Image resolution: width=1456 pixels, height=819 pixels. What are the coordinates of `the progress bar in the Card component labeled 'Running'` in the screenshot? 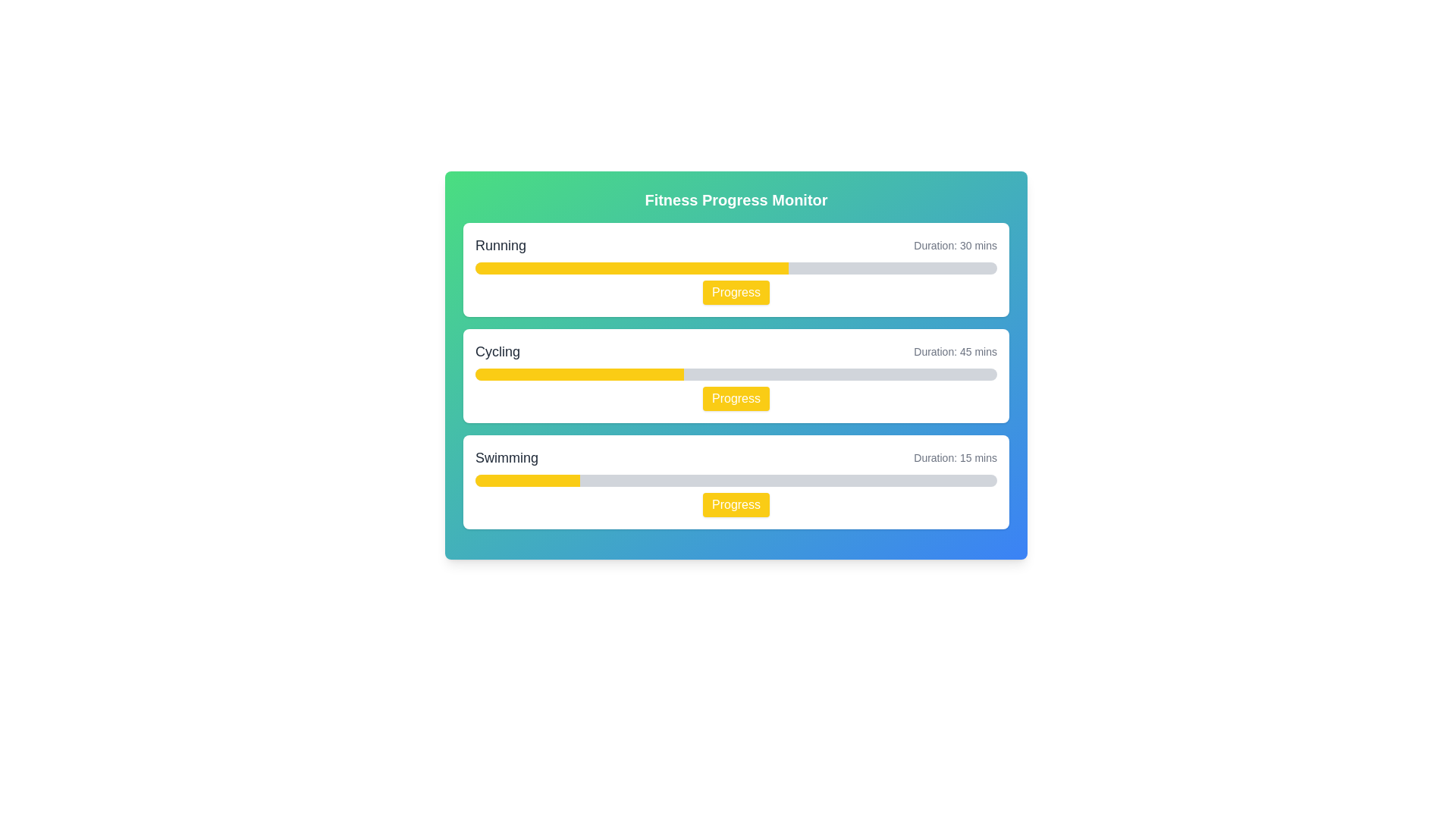 It's located at (736, 268).